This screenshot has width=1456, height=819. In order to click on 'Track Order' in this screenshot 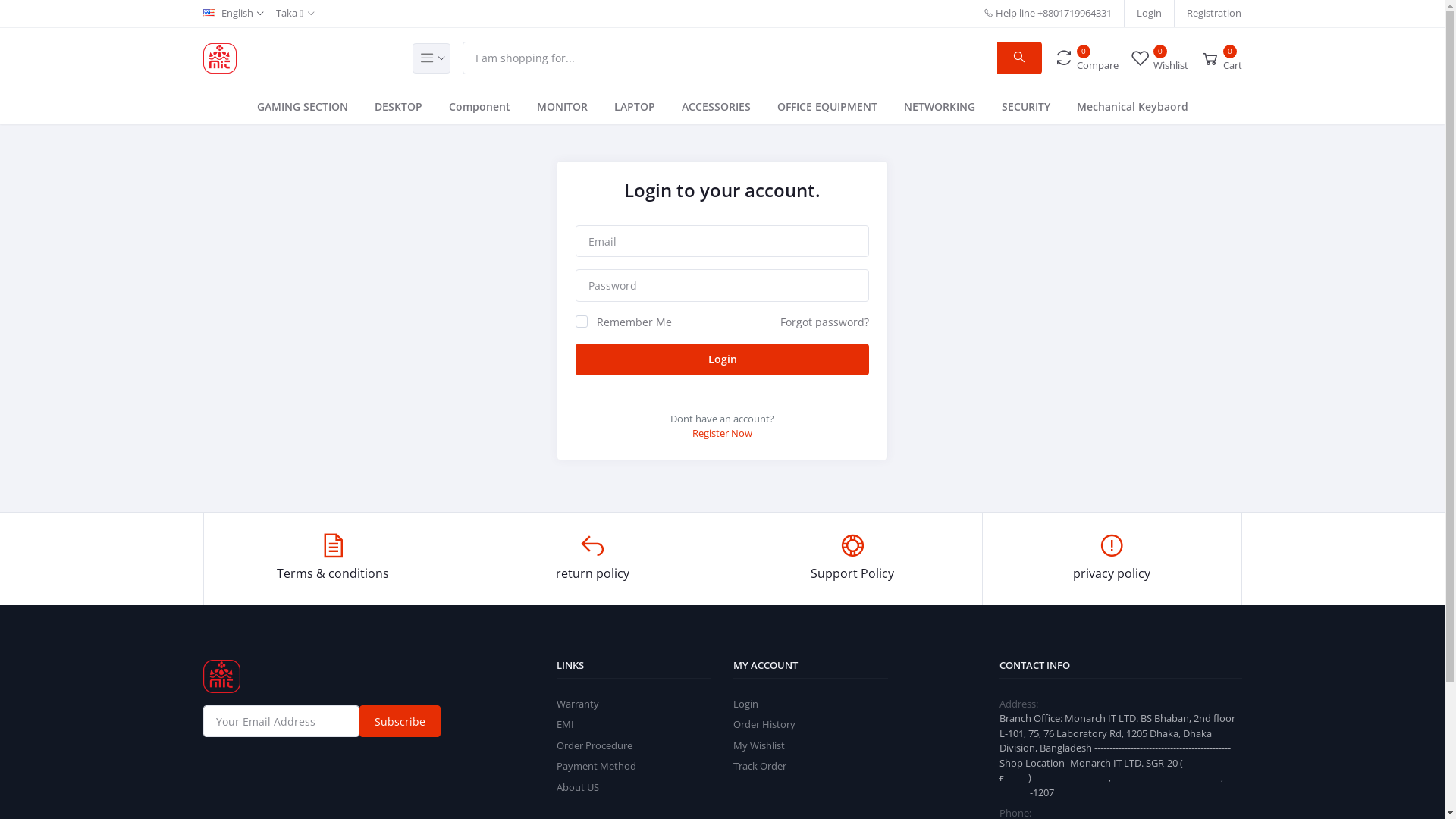, I will do `click(760, 766)`.